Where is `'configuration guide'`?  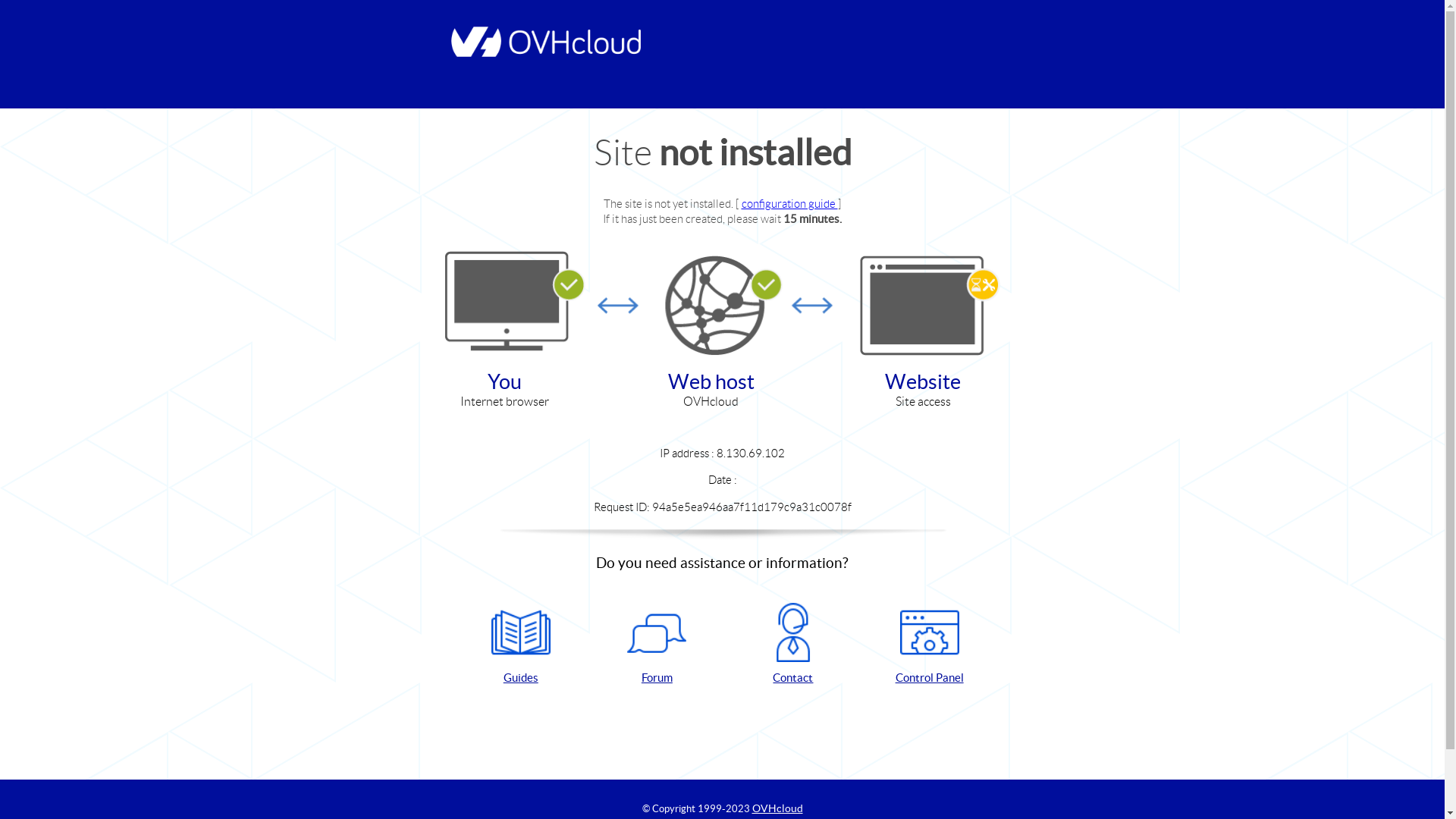
'configuration guide' is located at coordinates (742, 202).